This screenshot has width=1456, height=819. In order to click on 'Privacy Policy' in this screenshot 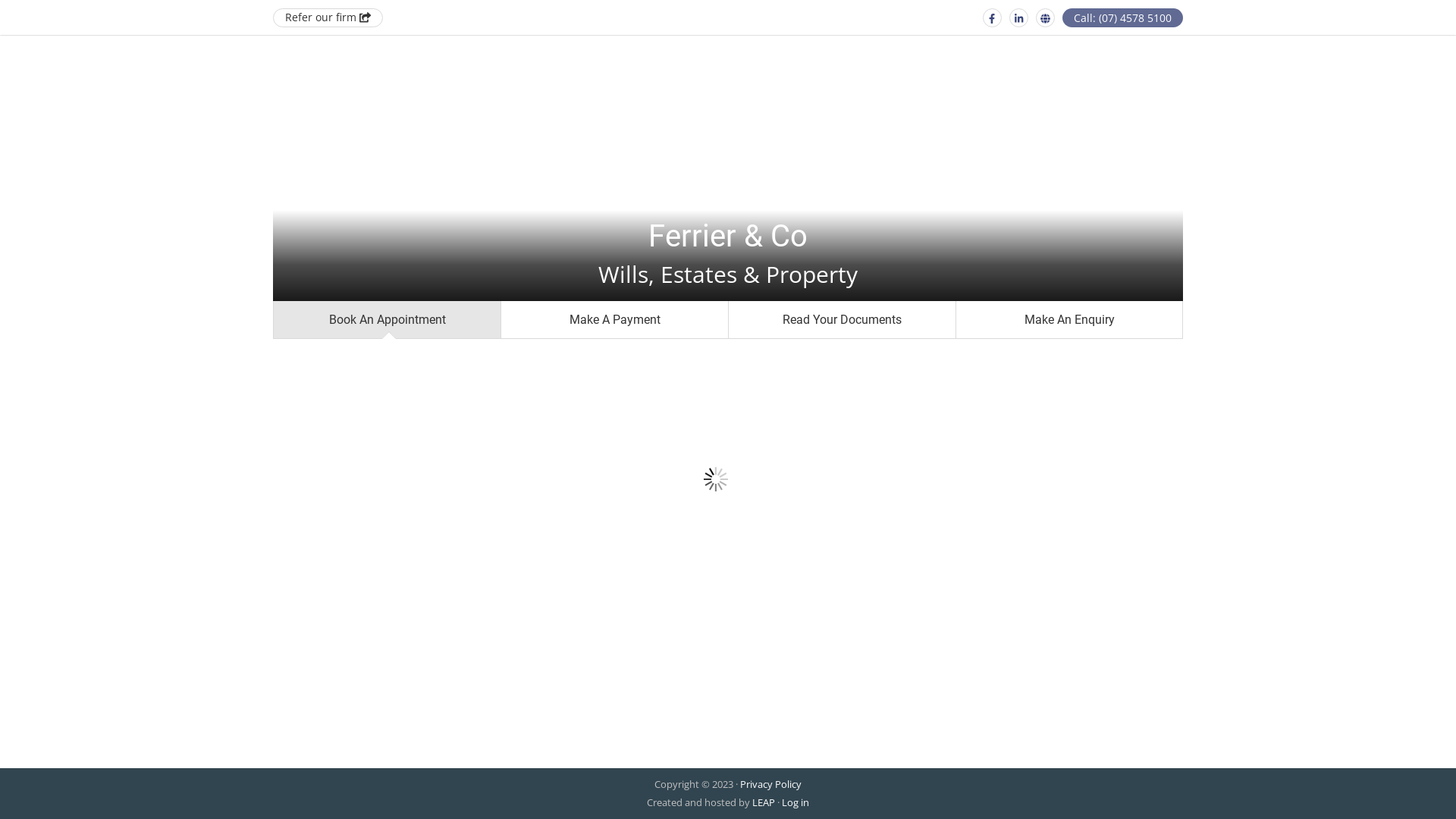, I will do `click(770, 783)`.